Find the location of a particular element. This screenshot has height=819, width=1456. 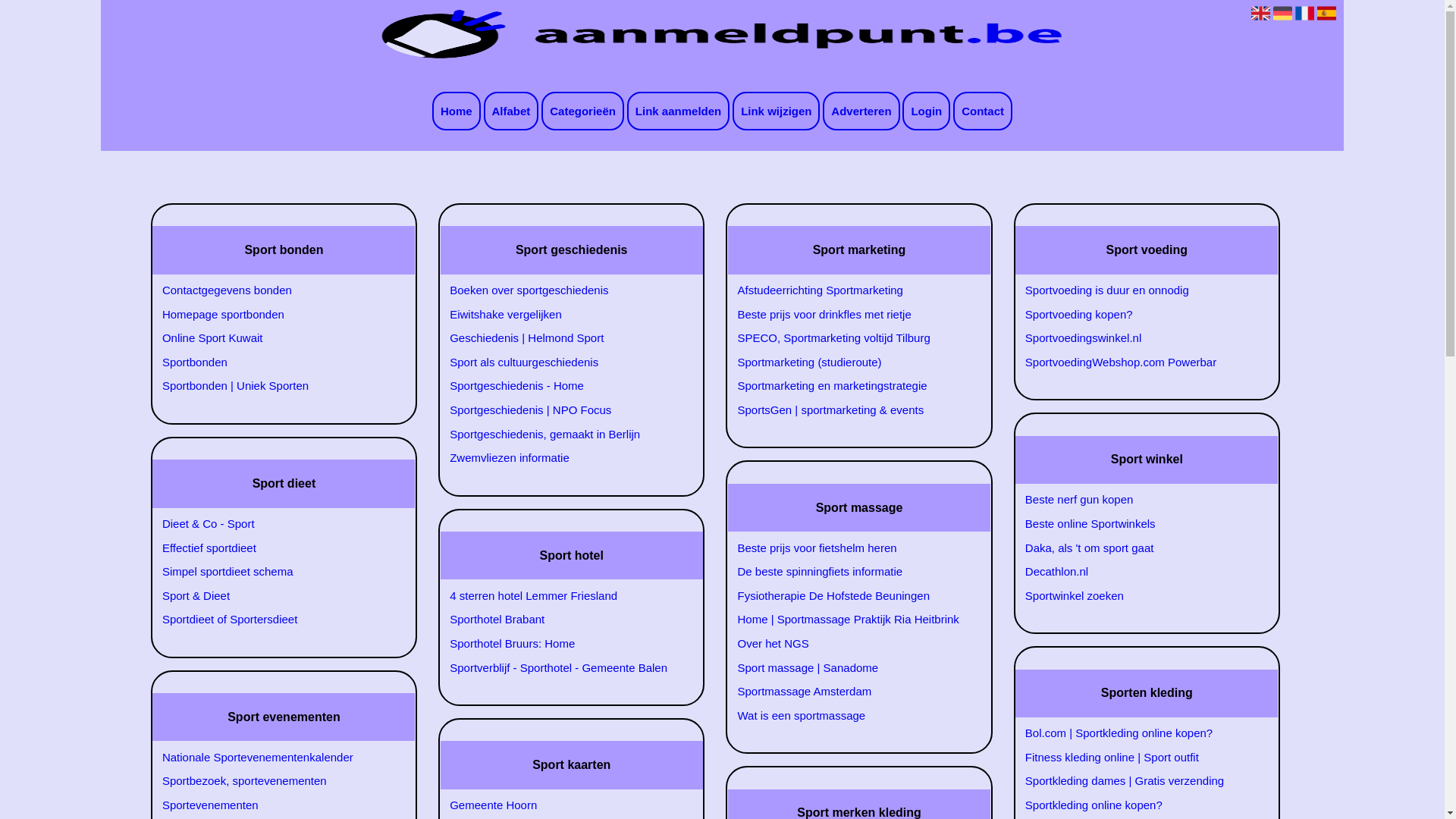

'Wat is een sportmassage' is located at coordinates (850, 716).